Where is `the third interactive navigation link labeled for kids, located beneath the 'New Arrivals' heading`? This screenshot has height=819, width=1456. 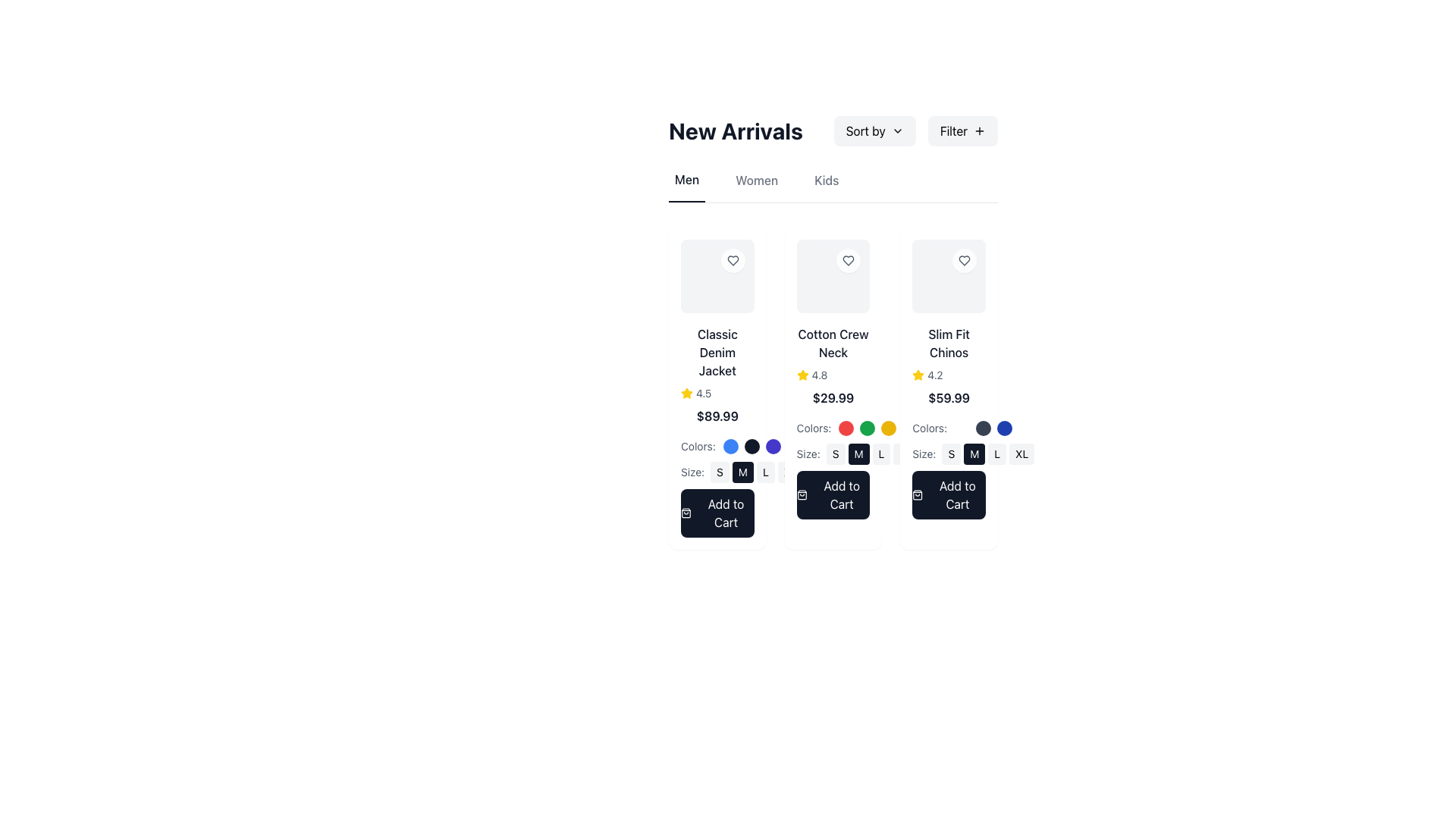
the third interactive navigation link labeled for kids, located beneath the 'New Arrivals' heading is located at coordinates (826, 186).